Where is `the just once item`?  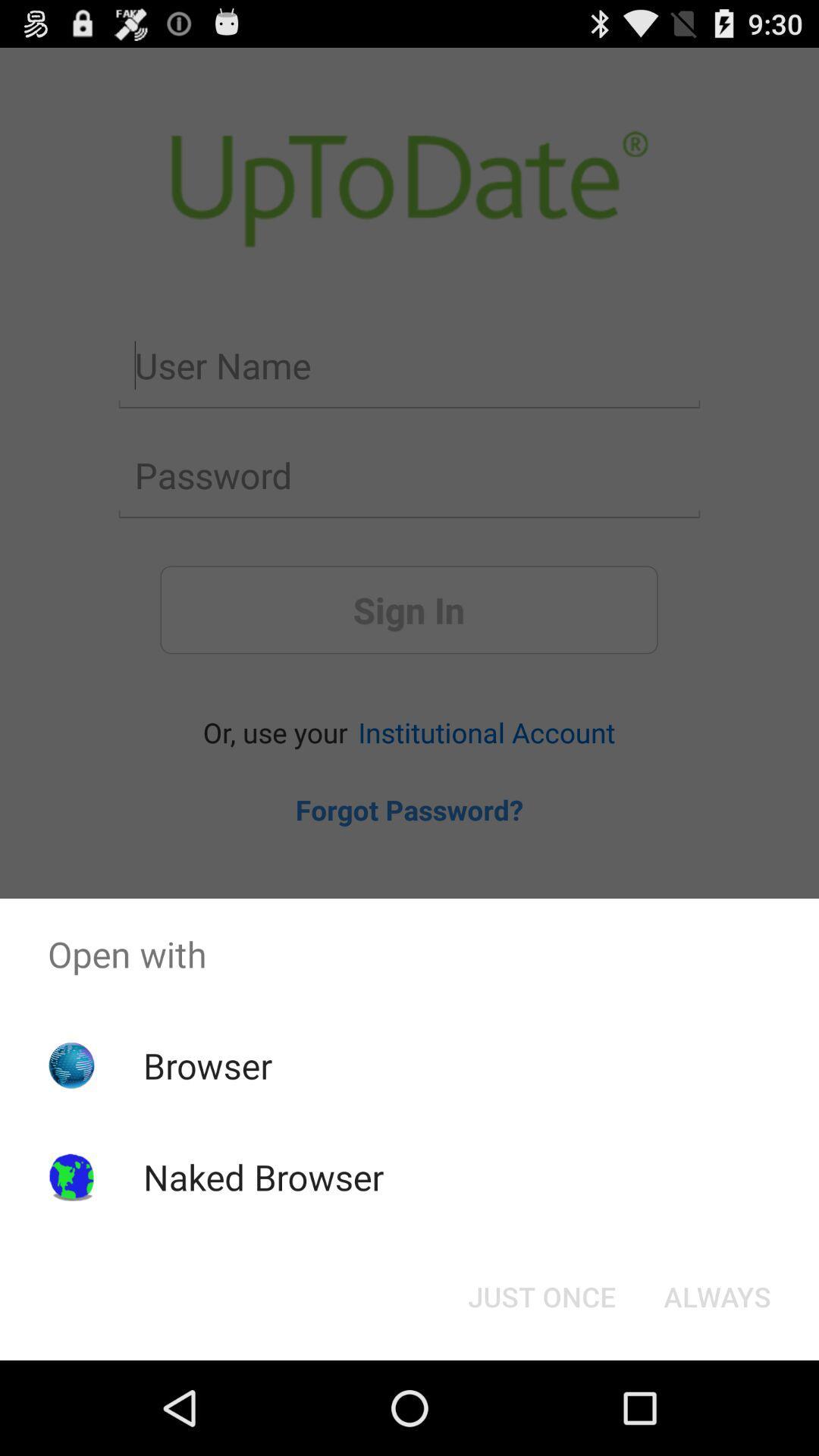 the just once item is located at coordinates (541, 1295).